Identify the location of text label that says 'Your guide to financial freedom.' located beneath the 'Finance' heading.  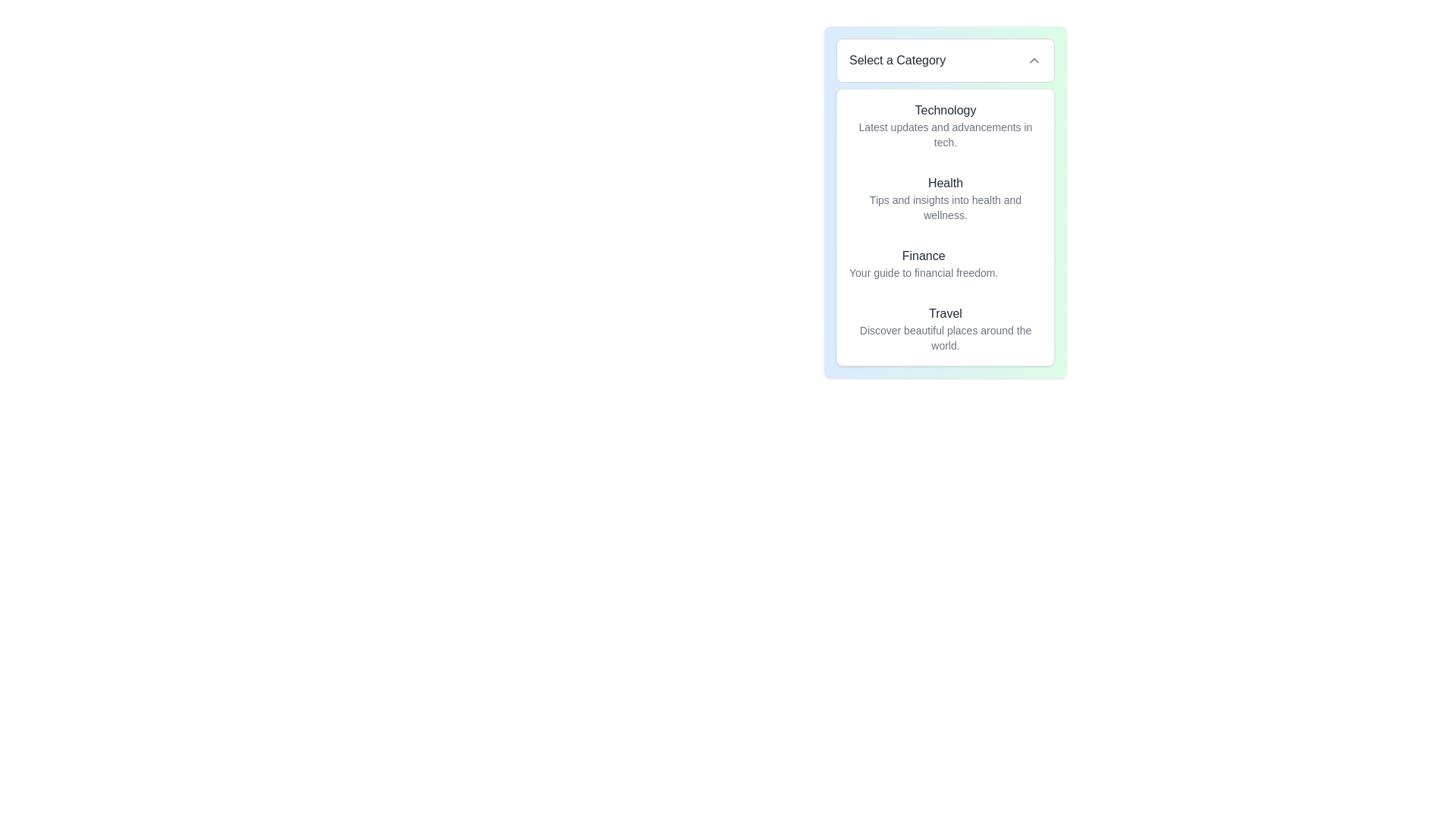
(923, 271).